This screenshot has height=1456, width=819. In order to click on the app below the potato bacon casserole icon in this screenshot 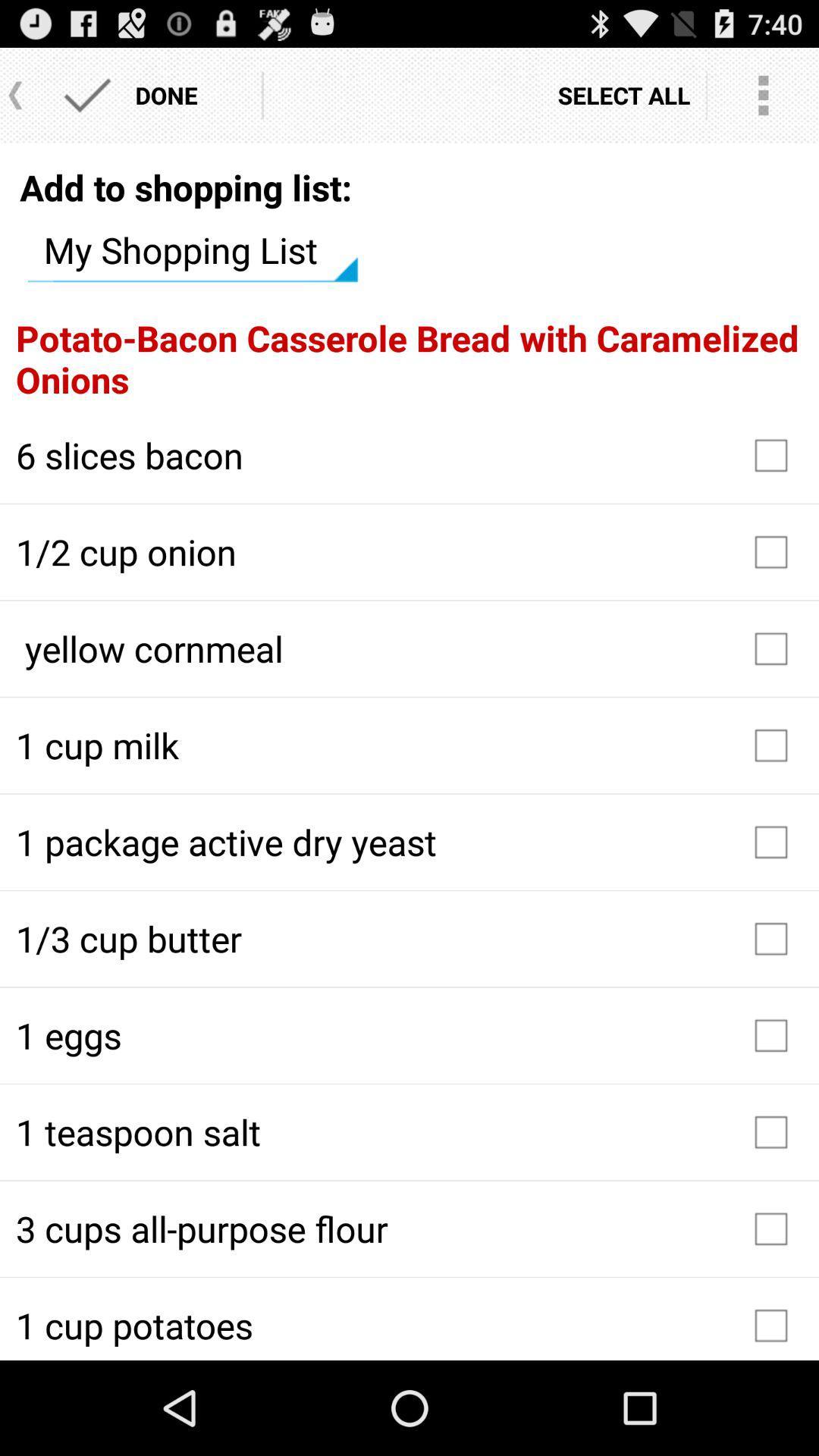, I will do `click(409, 454)`.